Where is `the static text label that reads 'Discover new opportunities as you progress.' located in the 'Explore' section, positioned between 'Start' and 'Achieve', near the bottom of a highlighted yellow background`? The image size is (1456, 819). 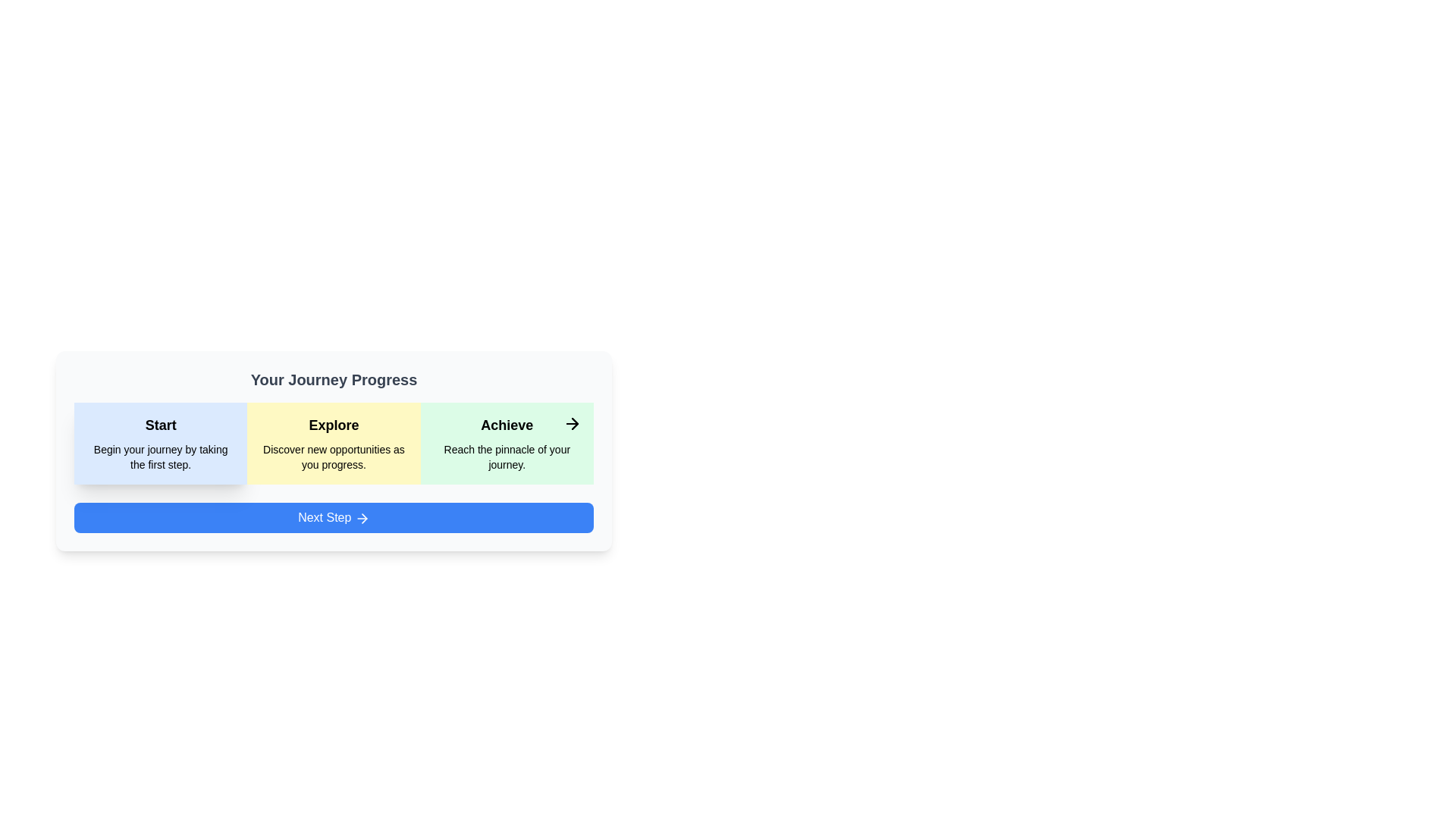
the static text label that reads 'Discover new opportunities as you progress.' located in the 'Explore' section, positioned between 'Start' and 'Achieve', near the bottom of a highlighted yellow background is located at coordinates (333, 456).